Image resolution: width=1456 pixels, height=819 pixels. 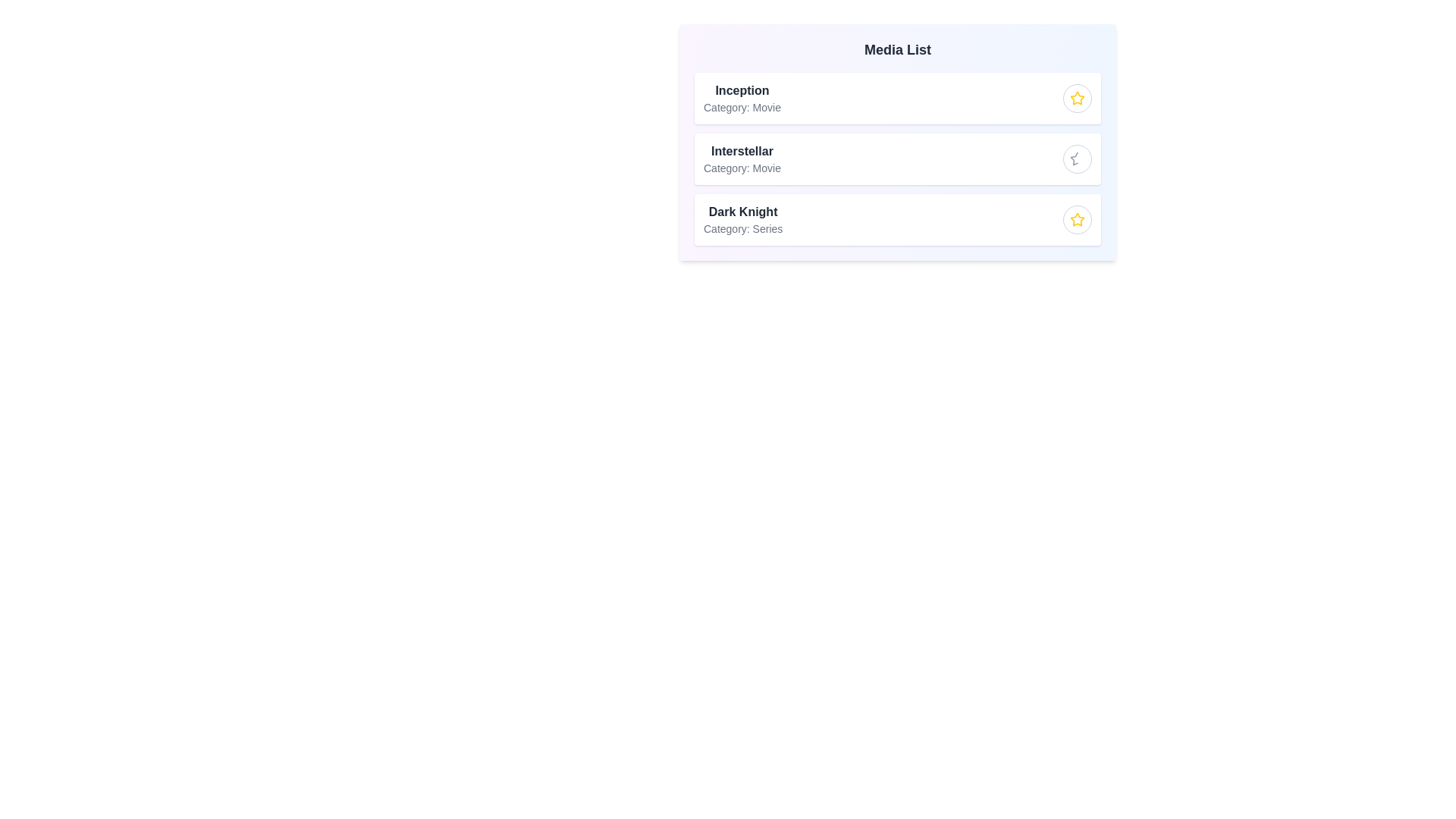 I want to click on star icon of the media item titled 'Interstellar' to toggle its 'starred' status, so click(x=1076, y=158).